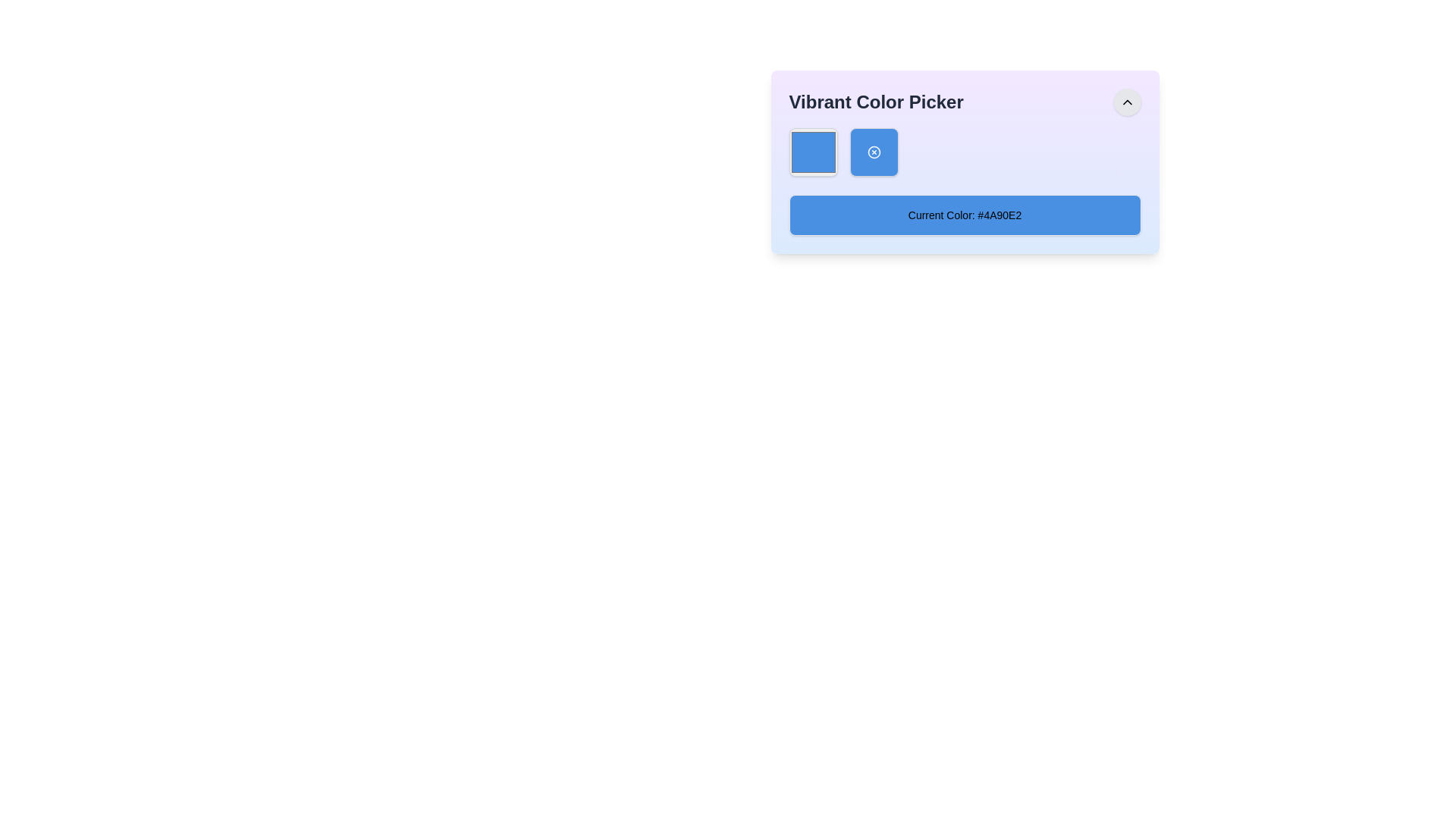 The image size is (1456, 819). What do you see at coordinates (874, 152) in the screenshot?
I see `the central circular Decorative icon within the blue button located at the second position from the left in the row of buttons underneath 'Vibrant Color Picker'` at bounding box center [874, 152].